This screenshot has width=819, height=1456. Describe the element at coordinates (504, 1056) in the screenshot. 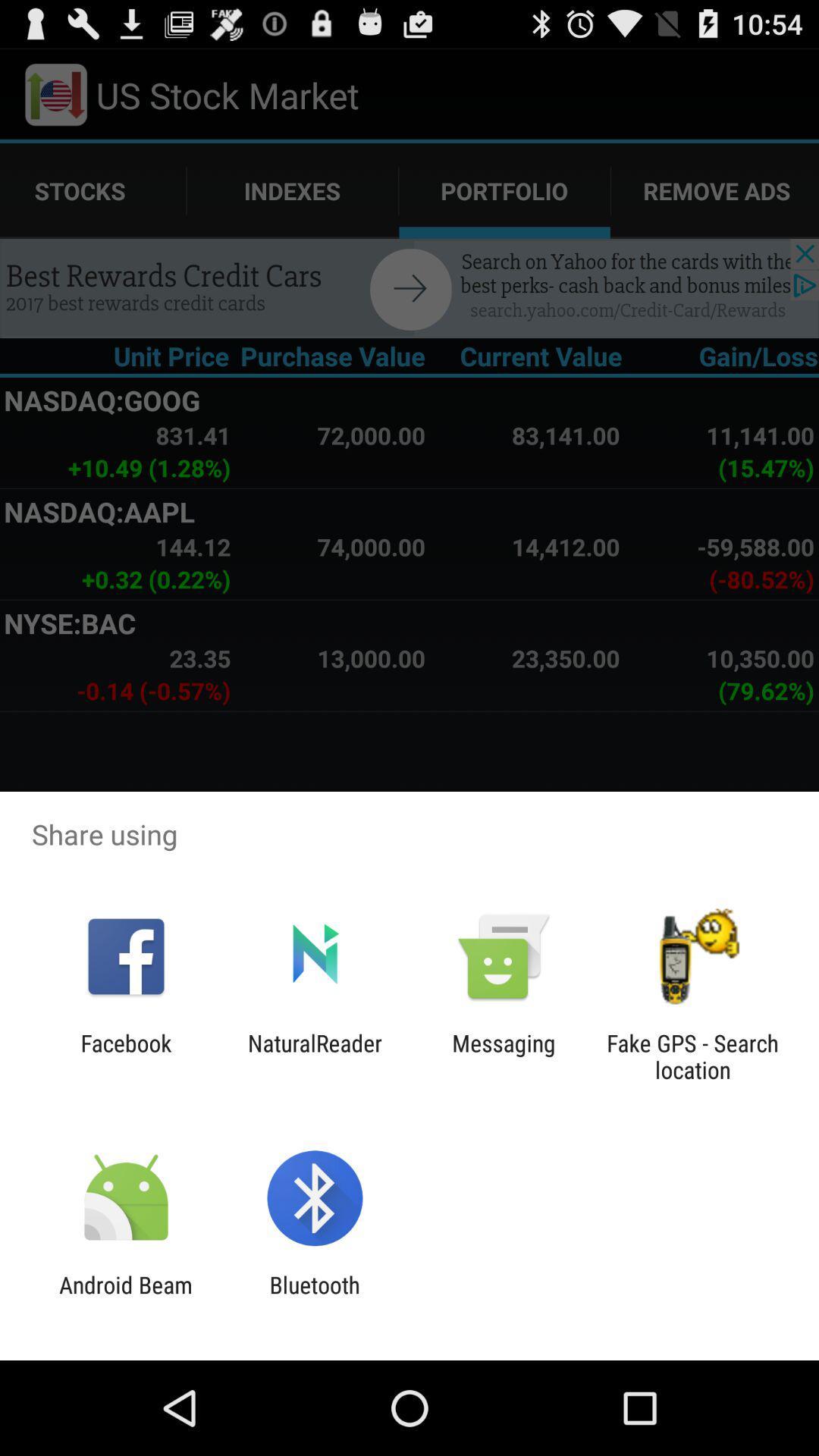

I see `the item to the right of naturalreader app` at that location.